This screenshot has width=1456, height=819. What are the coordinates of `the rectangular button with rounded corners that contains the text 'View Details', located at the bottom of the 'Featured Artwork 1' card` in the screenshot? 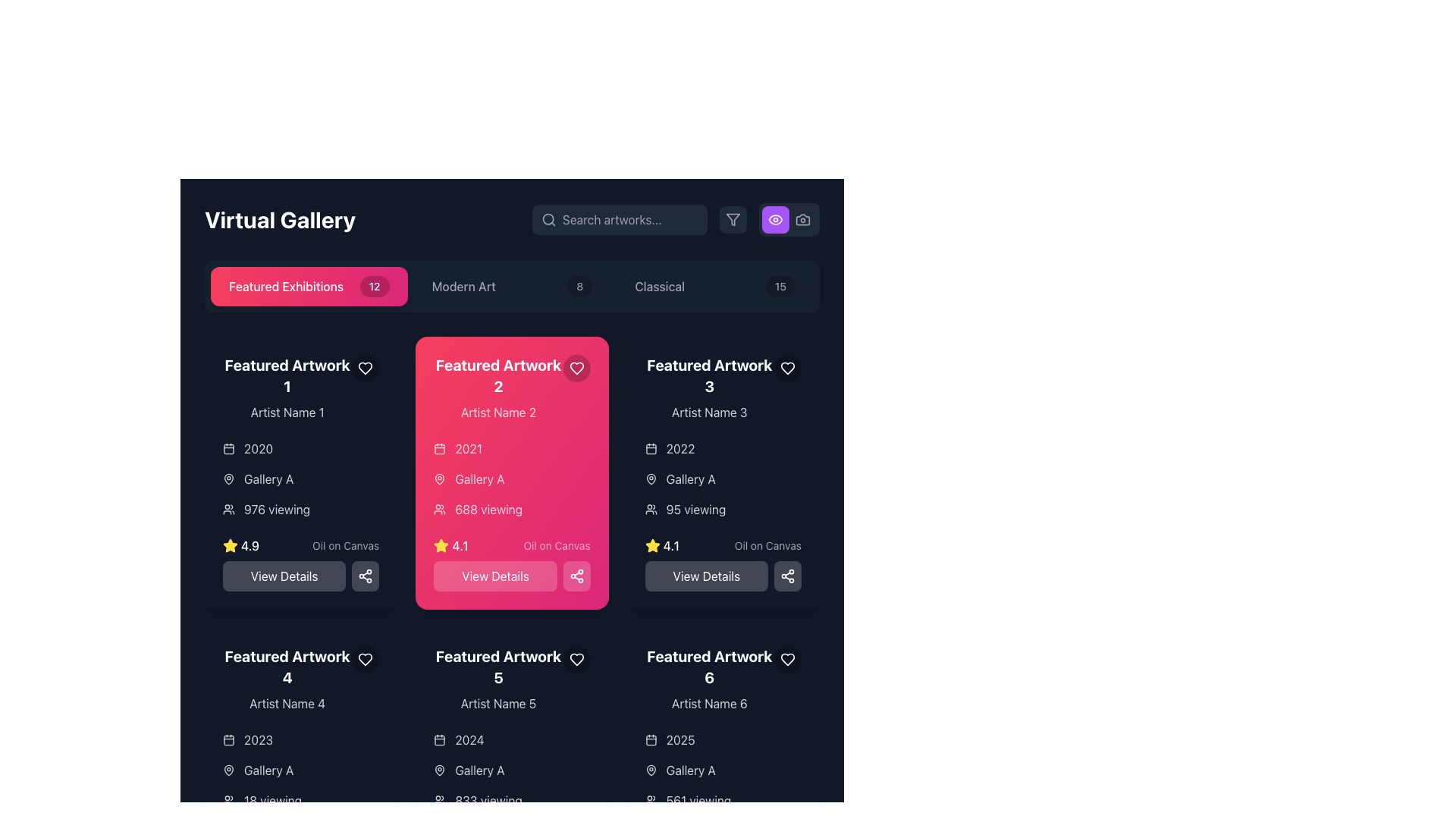 It's located at (301, 564).